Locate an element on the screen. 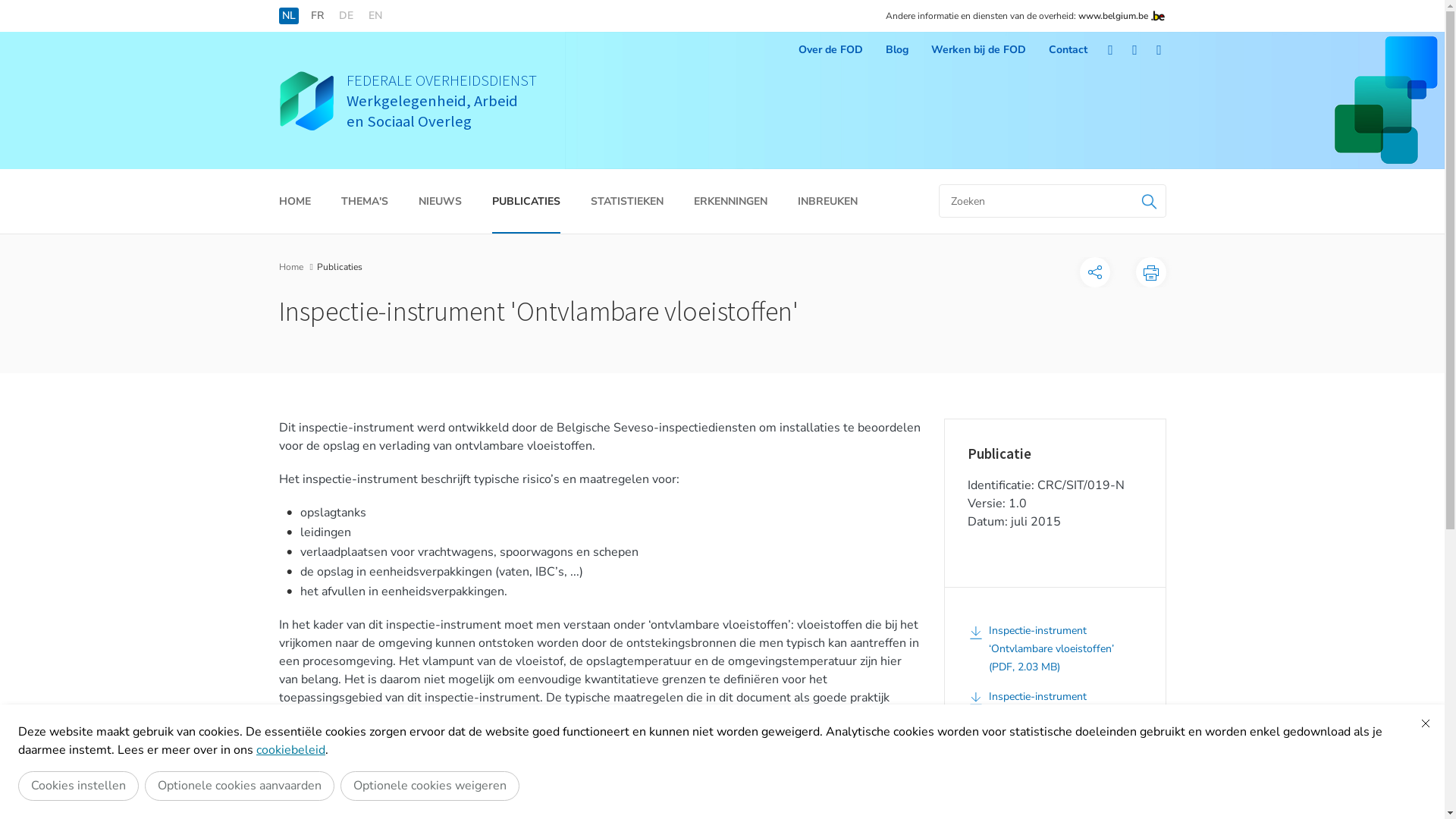 Image resolution: width=1456 pixels, height=819 pixels. 'NL' is located at coordinates (288, 15).